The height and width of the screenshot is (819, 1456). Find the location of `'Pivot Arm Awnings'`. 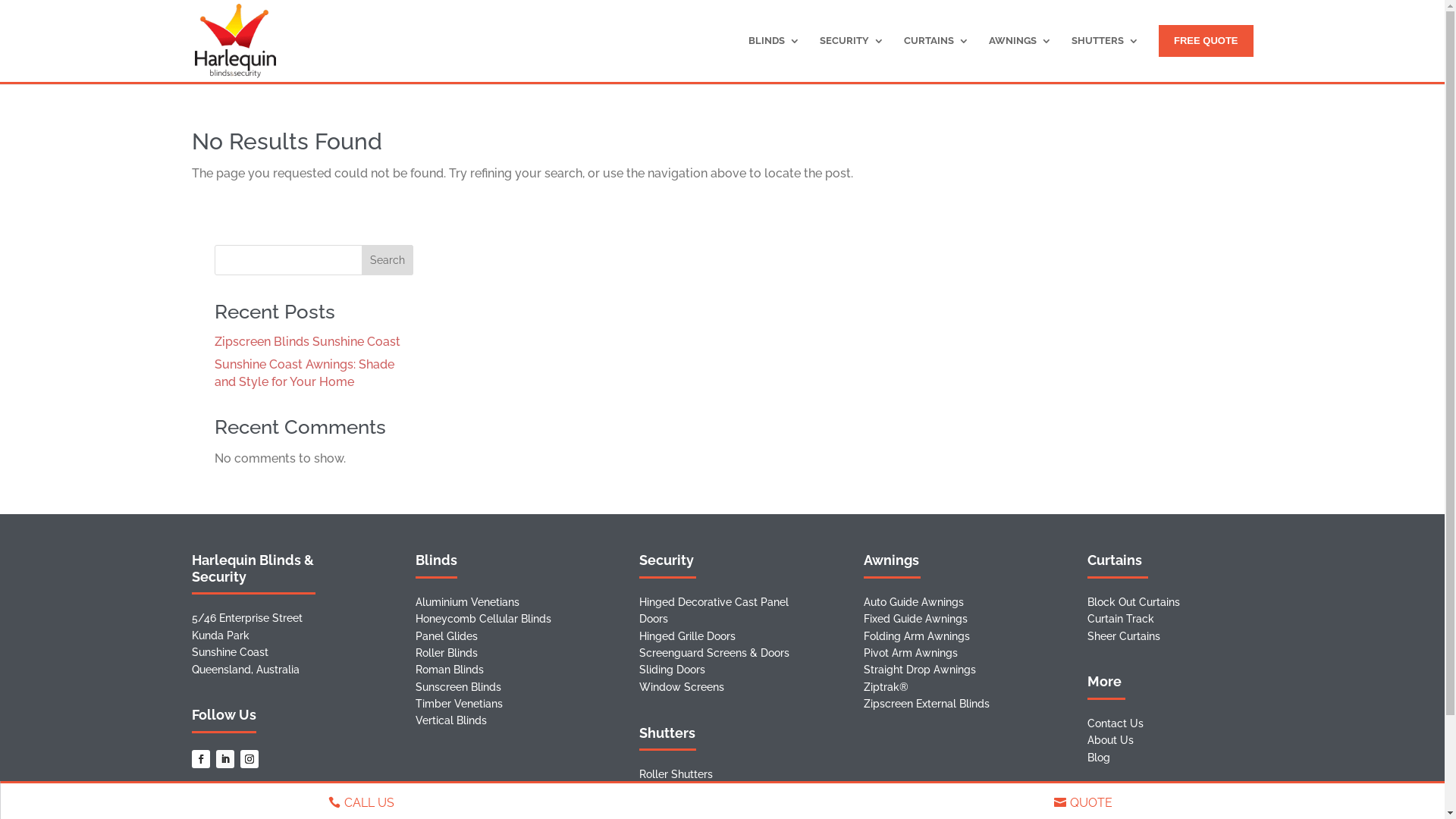

'Pivot Arm Awnings' is located at coordinates (910, 651).